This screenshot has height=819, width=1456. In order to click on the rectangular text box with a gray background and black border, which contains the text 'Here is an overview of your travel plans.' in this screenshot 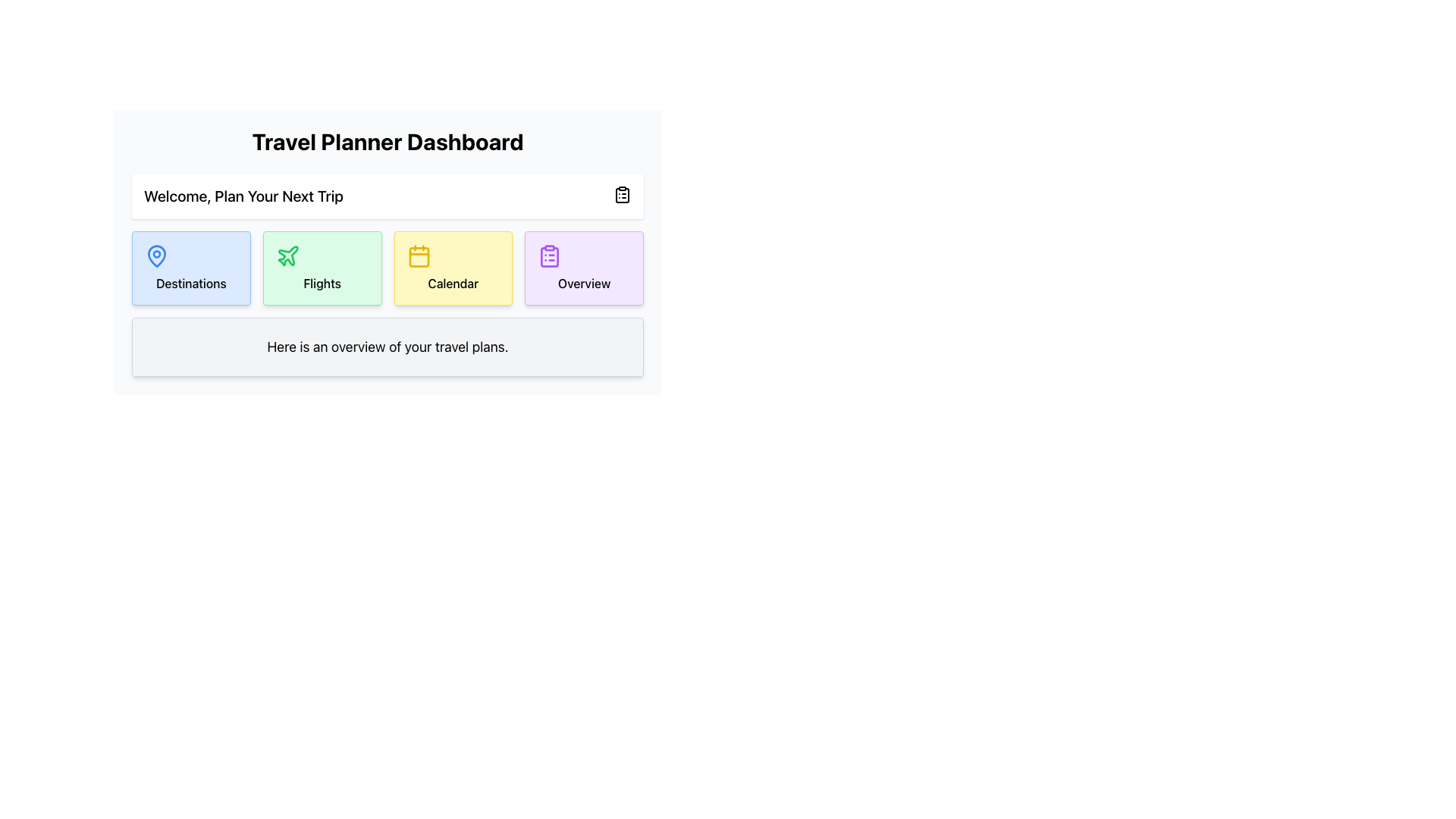, I will do `click(388, 347)`.